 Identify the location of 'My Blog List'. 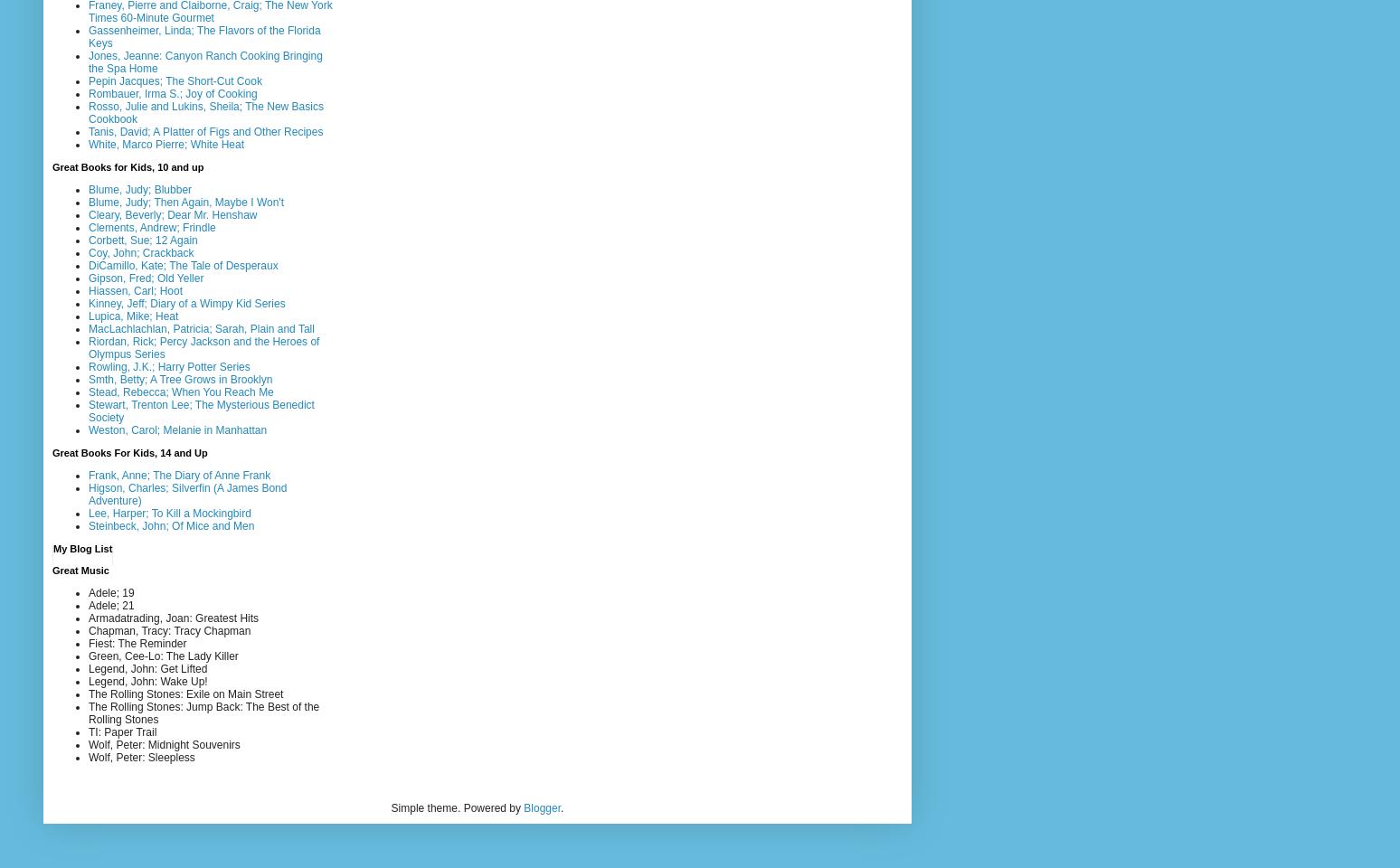
(52, 546).